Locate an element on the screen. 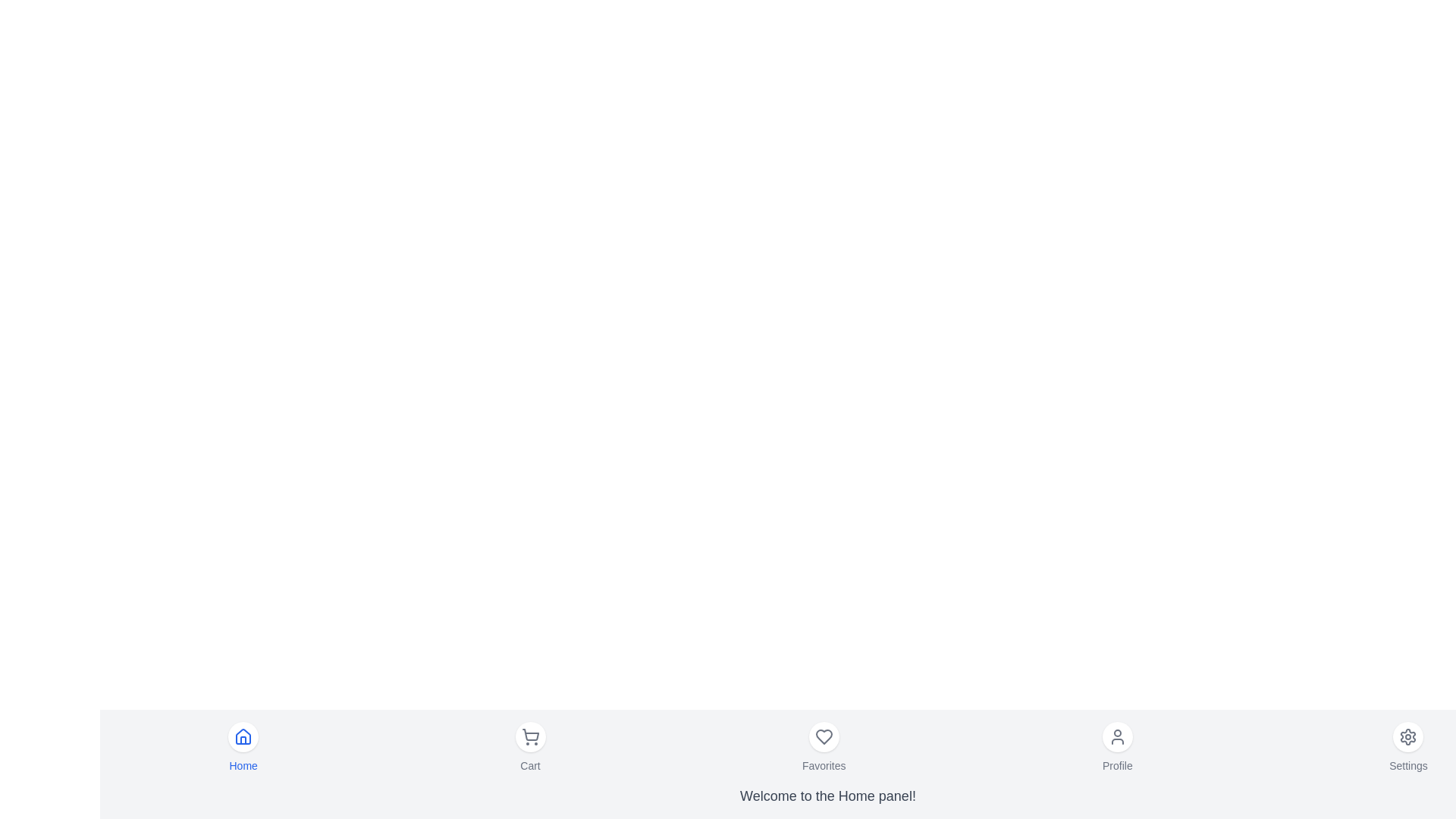 Image resolution: width=1456 pixels, height=819 pixels. the Profile menu item to navigate to its respective section is located at coordinates (1117, 747).